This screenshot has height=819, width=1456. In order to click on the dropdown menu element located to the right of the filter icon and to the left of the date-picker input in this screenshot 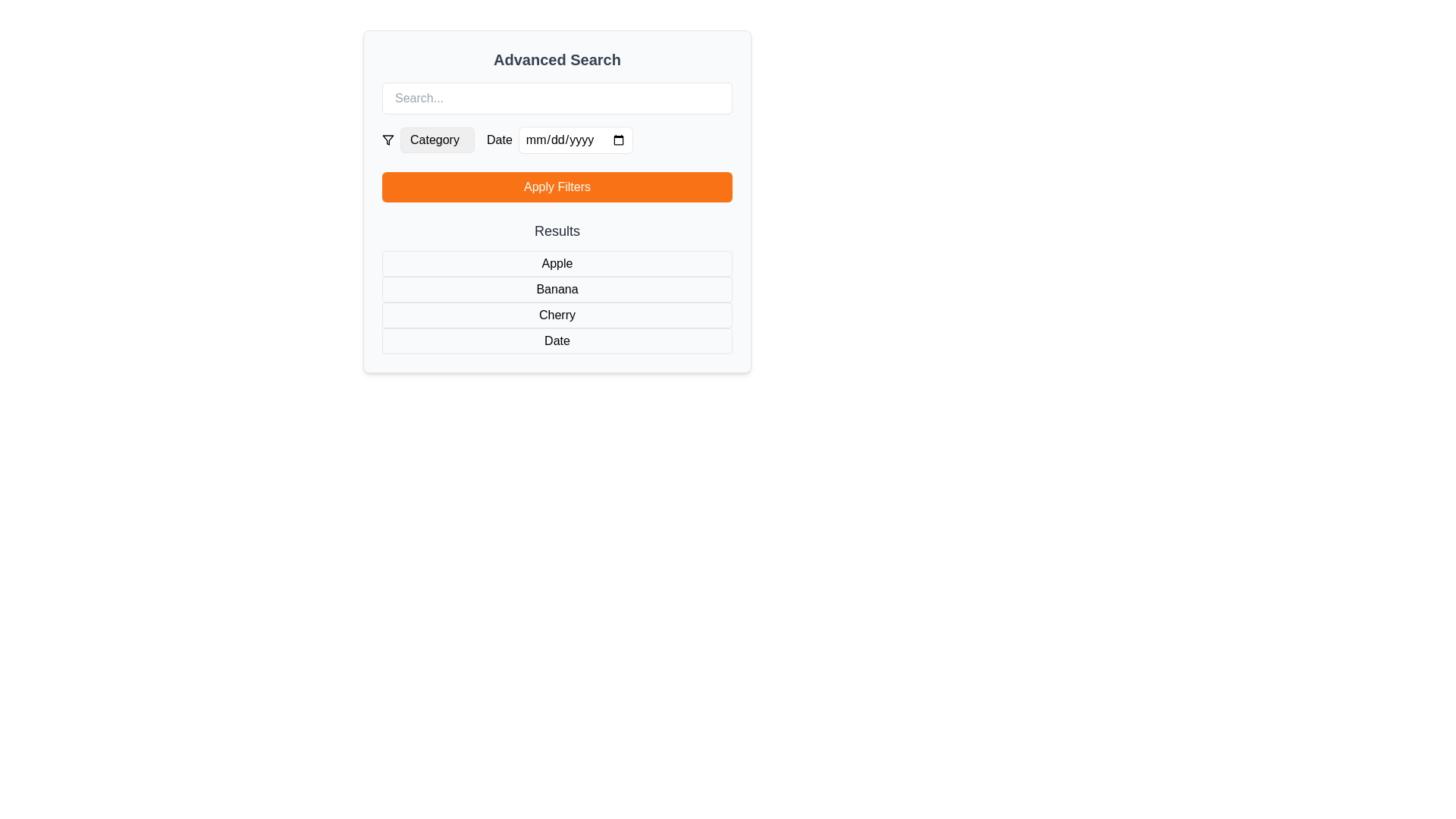, I will do `click(436, 140)`.